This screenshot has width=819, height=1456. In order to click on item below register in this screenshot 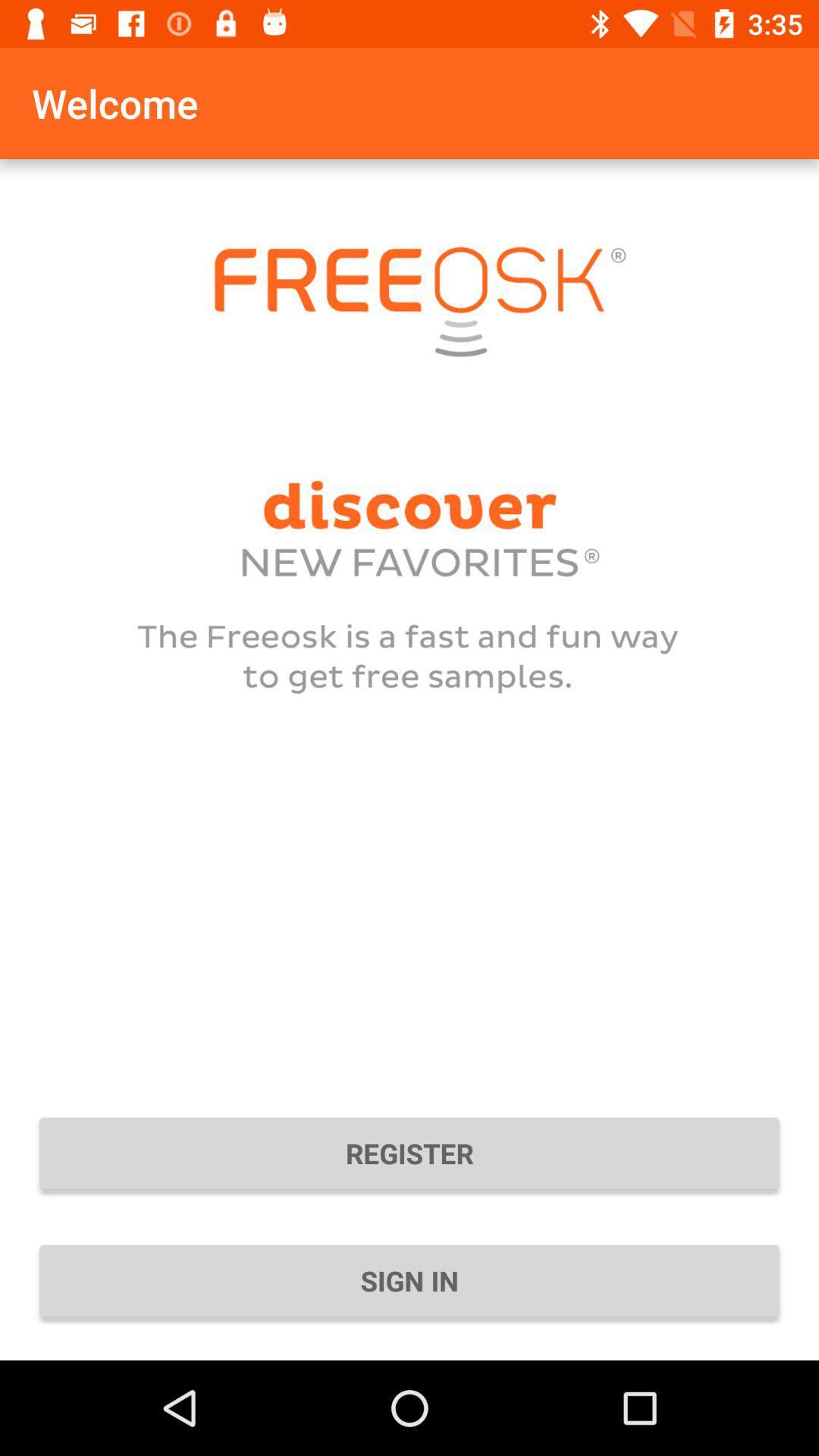, I will do `click(409, 1280)`.